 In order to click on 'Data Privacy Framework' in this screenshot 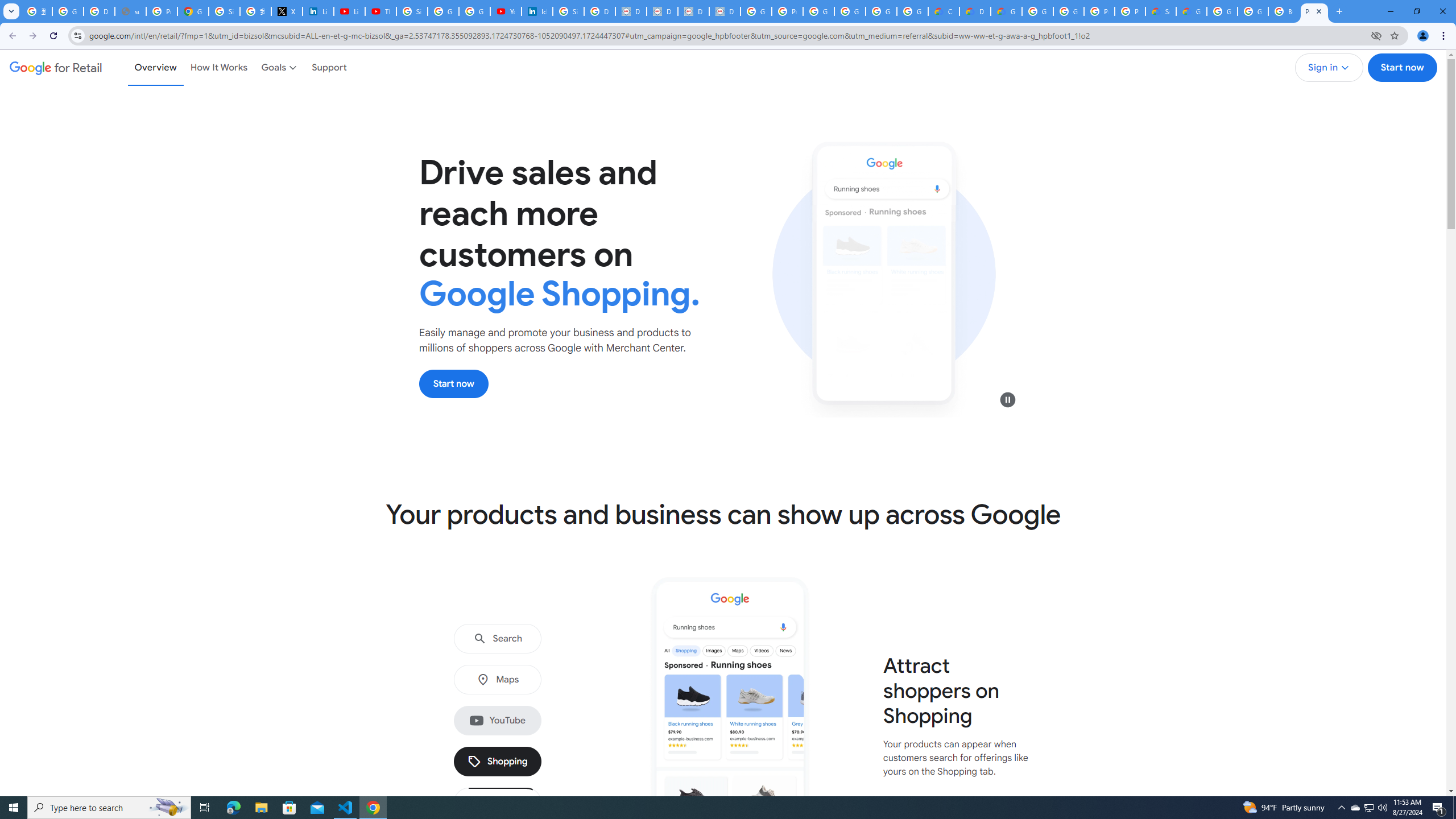, I will do `click(661, 11)`.